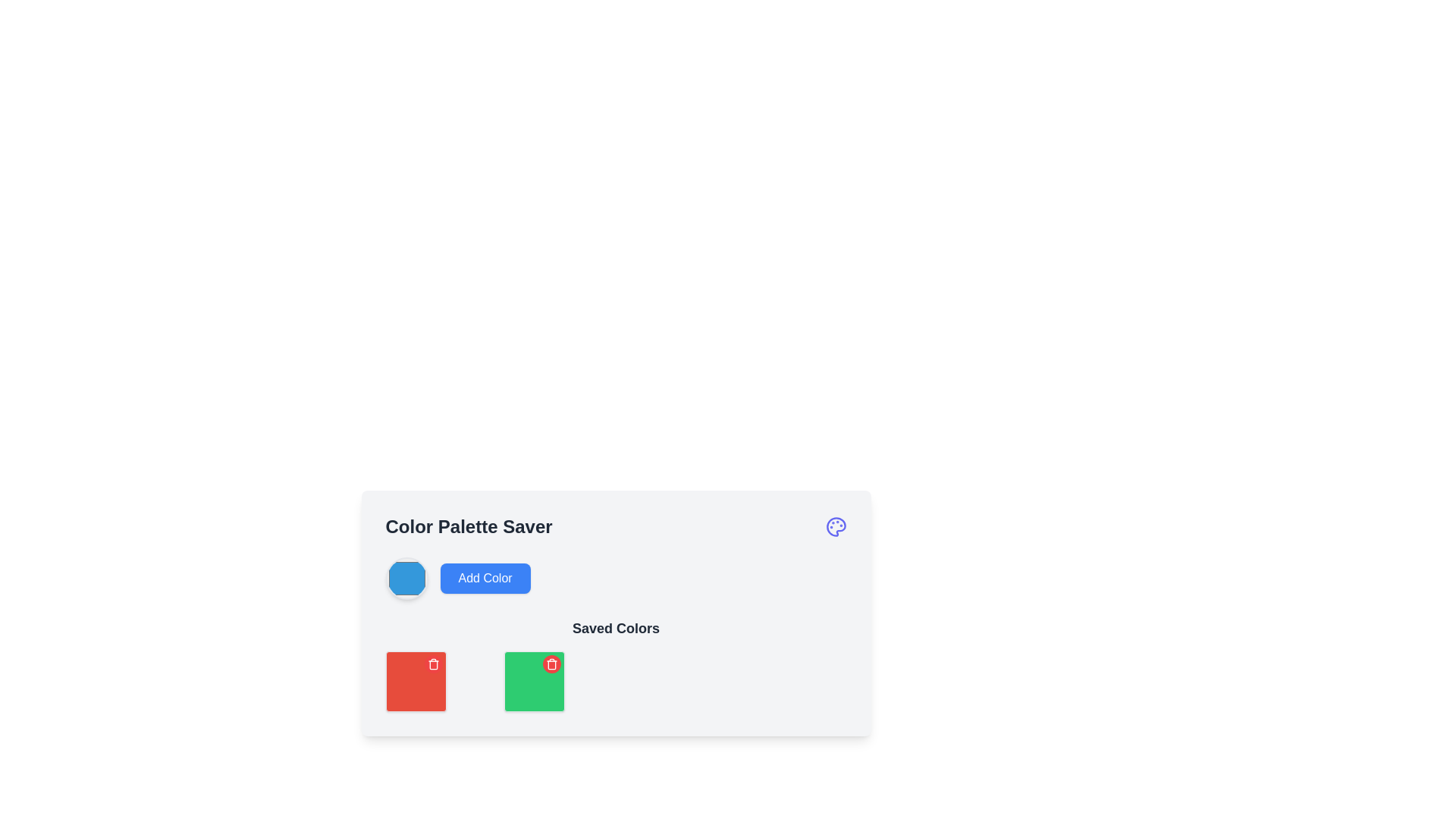 The image size is (1456, 819). Describe the element at coordinates (616, 579) in the screenshot. I see `the color preview circle in the color addition interface` at that location.